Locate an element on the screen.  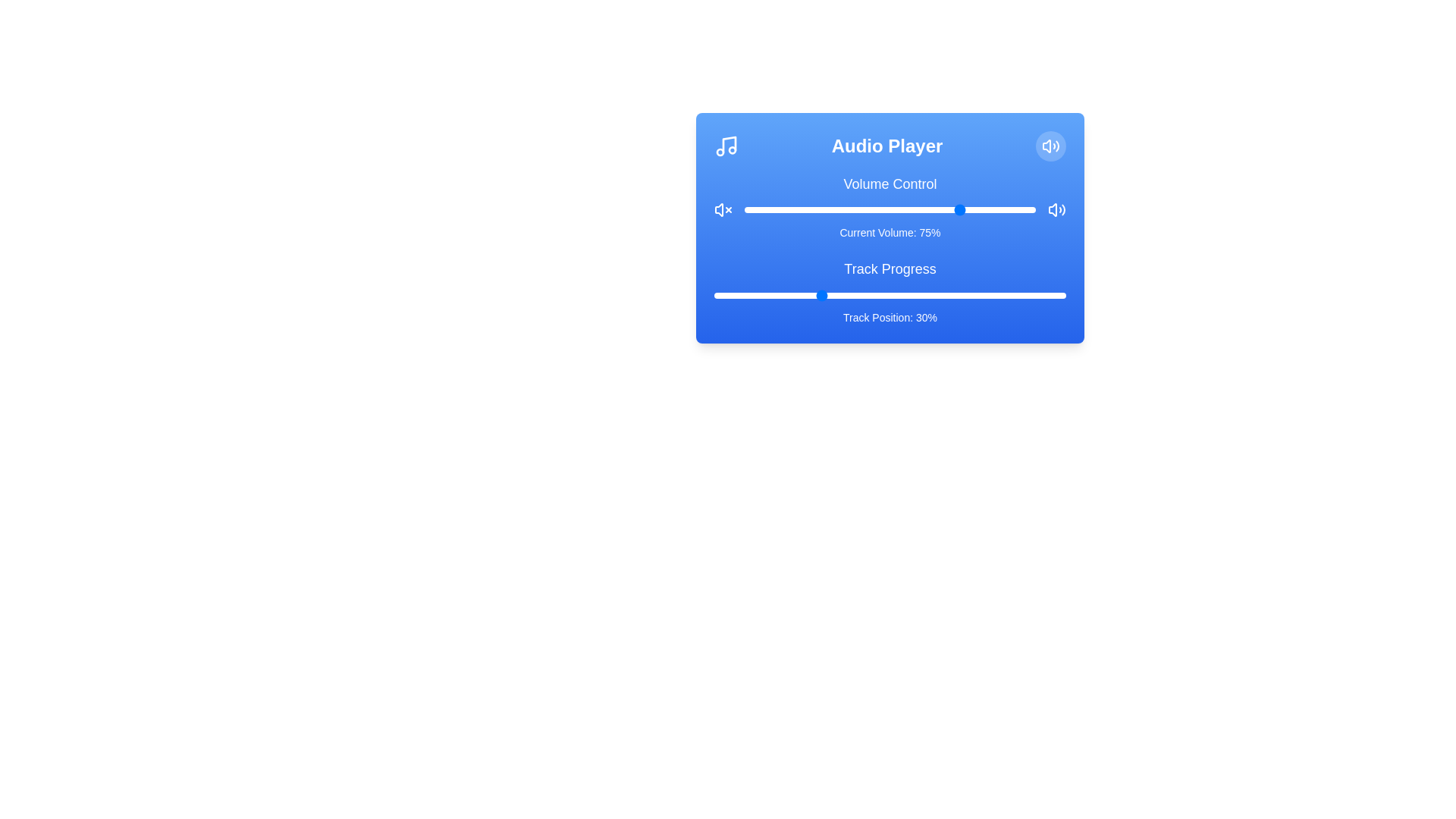
the track position is located at coordinates (921, 295).